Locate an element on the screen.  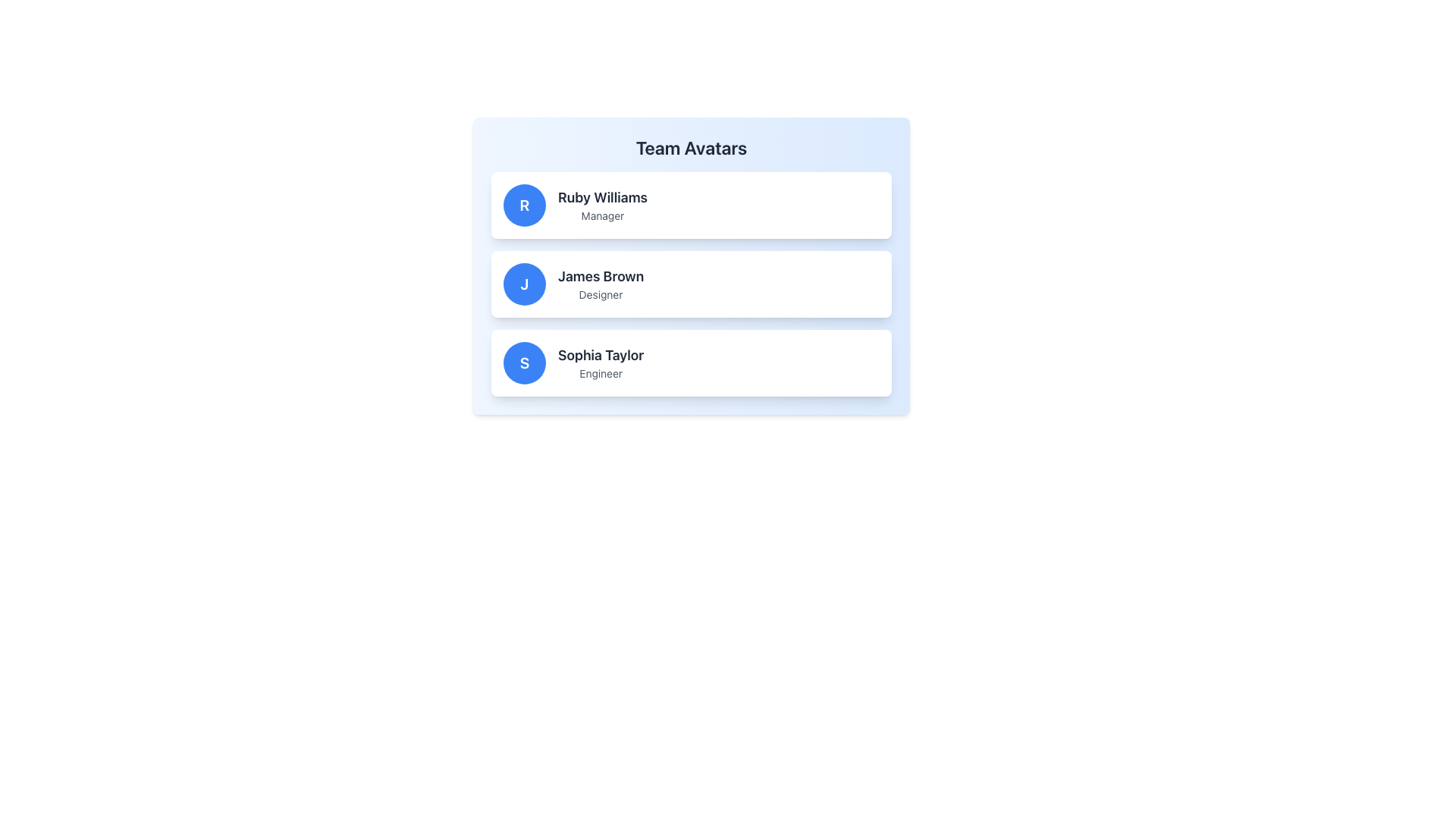
the List item card representing team member 'James Brown', who is a 'Designer', located in the 'Team Avatars' section is located at coordinates (691, 265).